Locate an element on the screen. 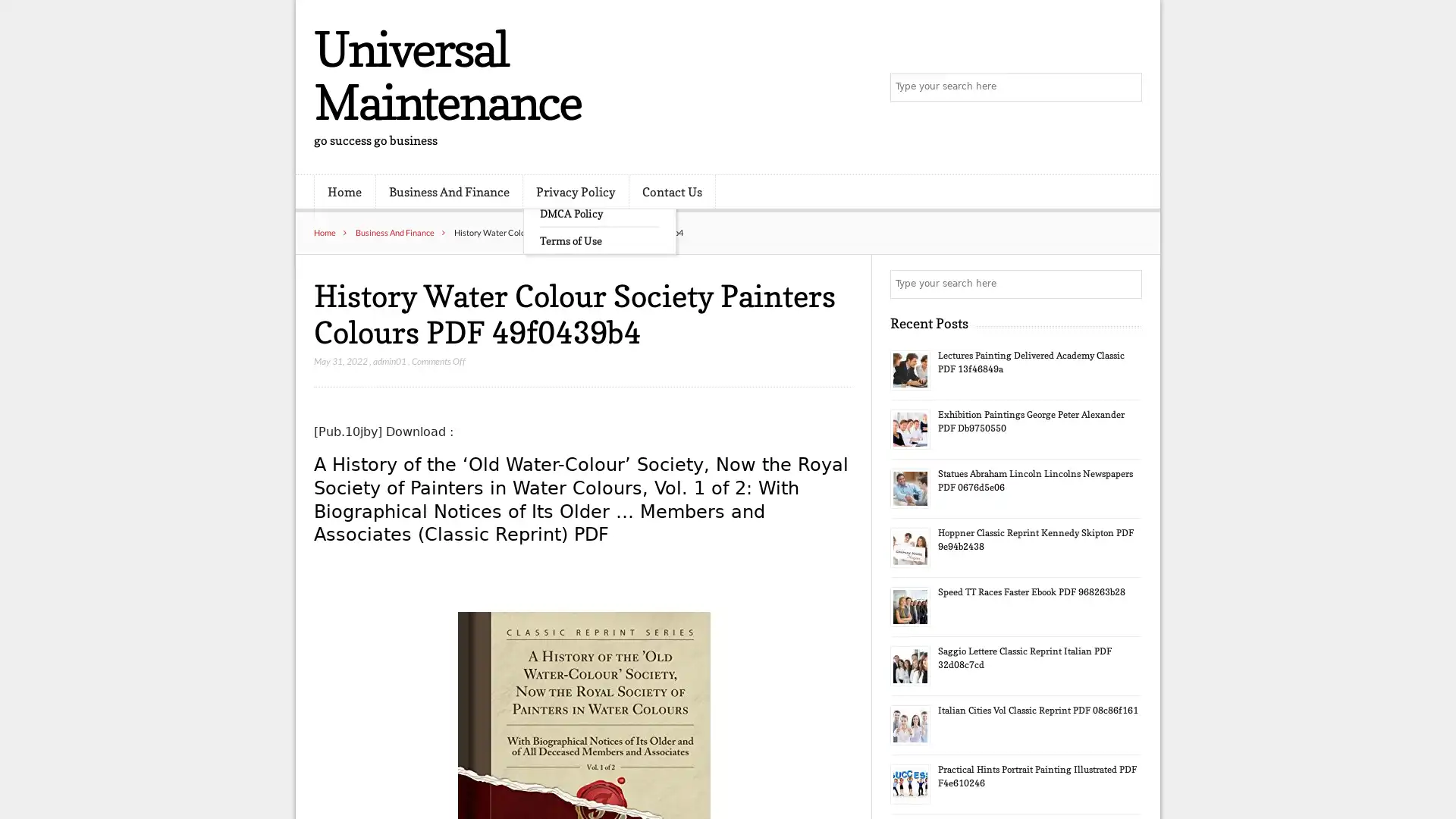 The image size is (1456, 819). Search is located at coordinates (1126, 284).